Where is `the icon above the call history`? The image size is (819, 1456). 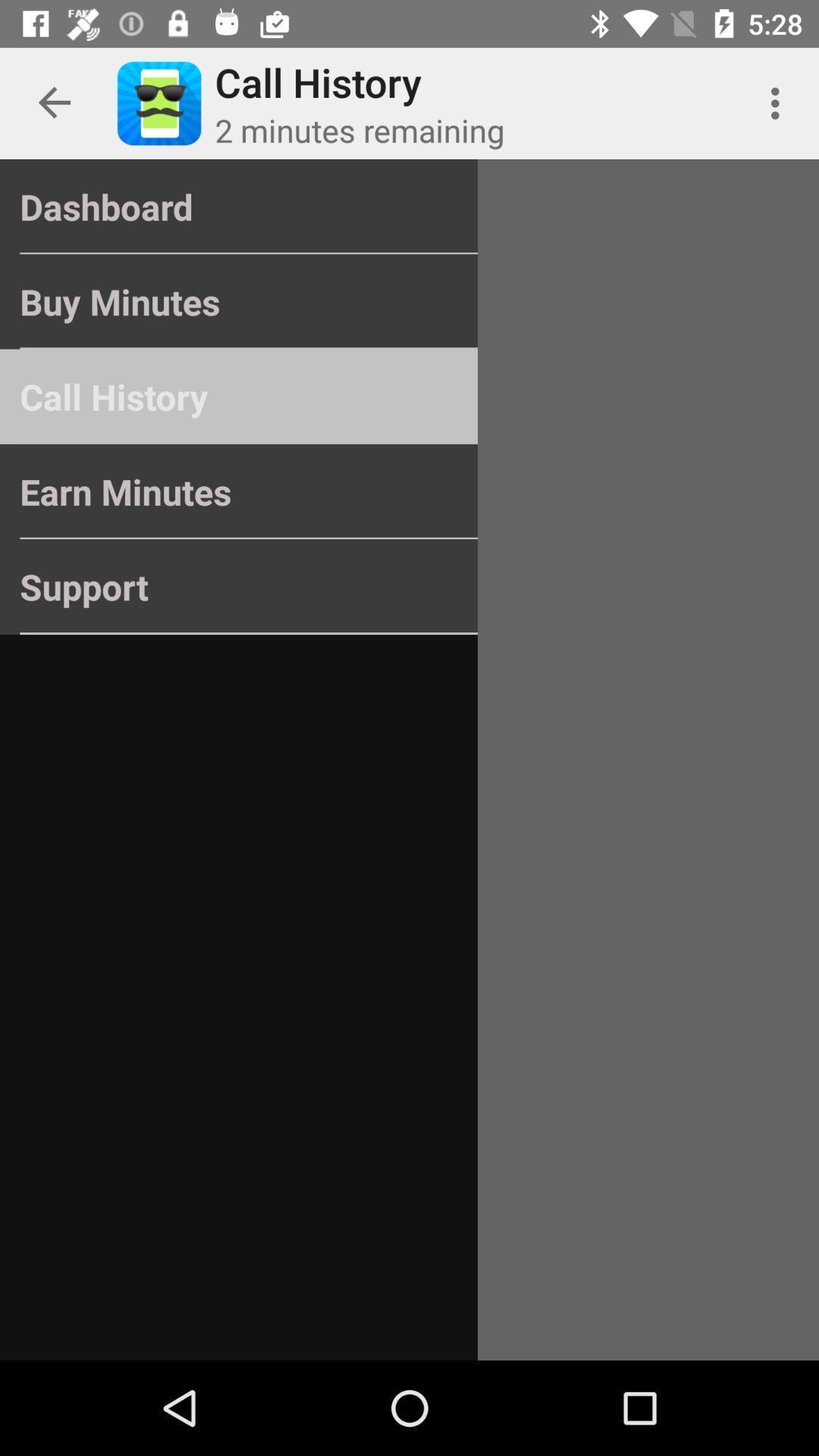
the icon above the call history is located at coordinates (239, 302).